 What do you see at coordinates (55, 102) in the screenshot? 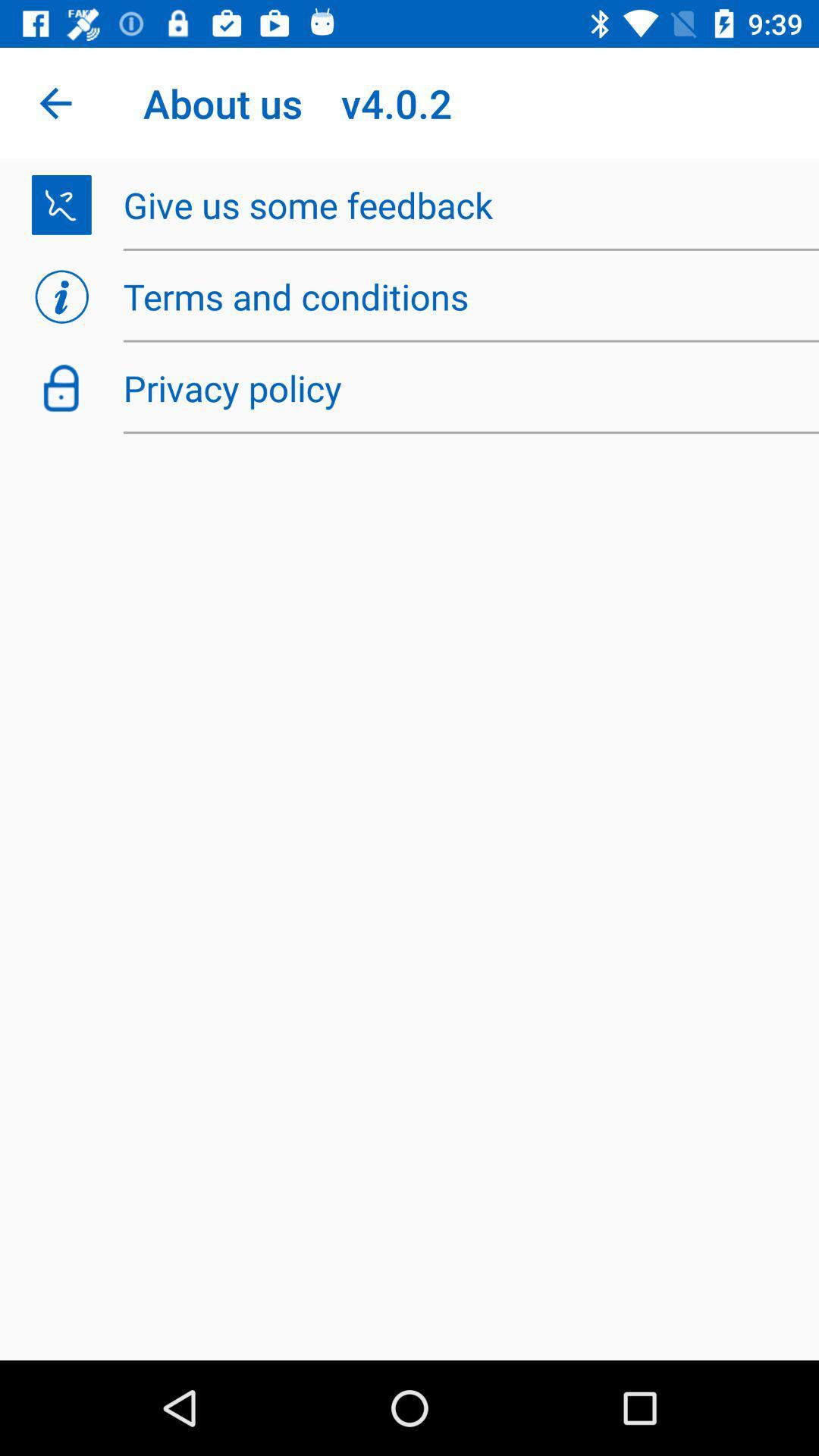
I see `app next to the about us v4 app` at bounding box center [55, 102].